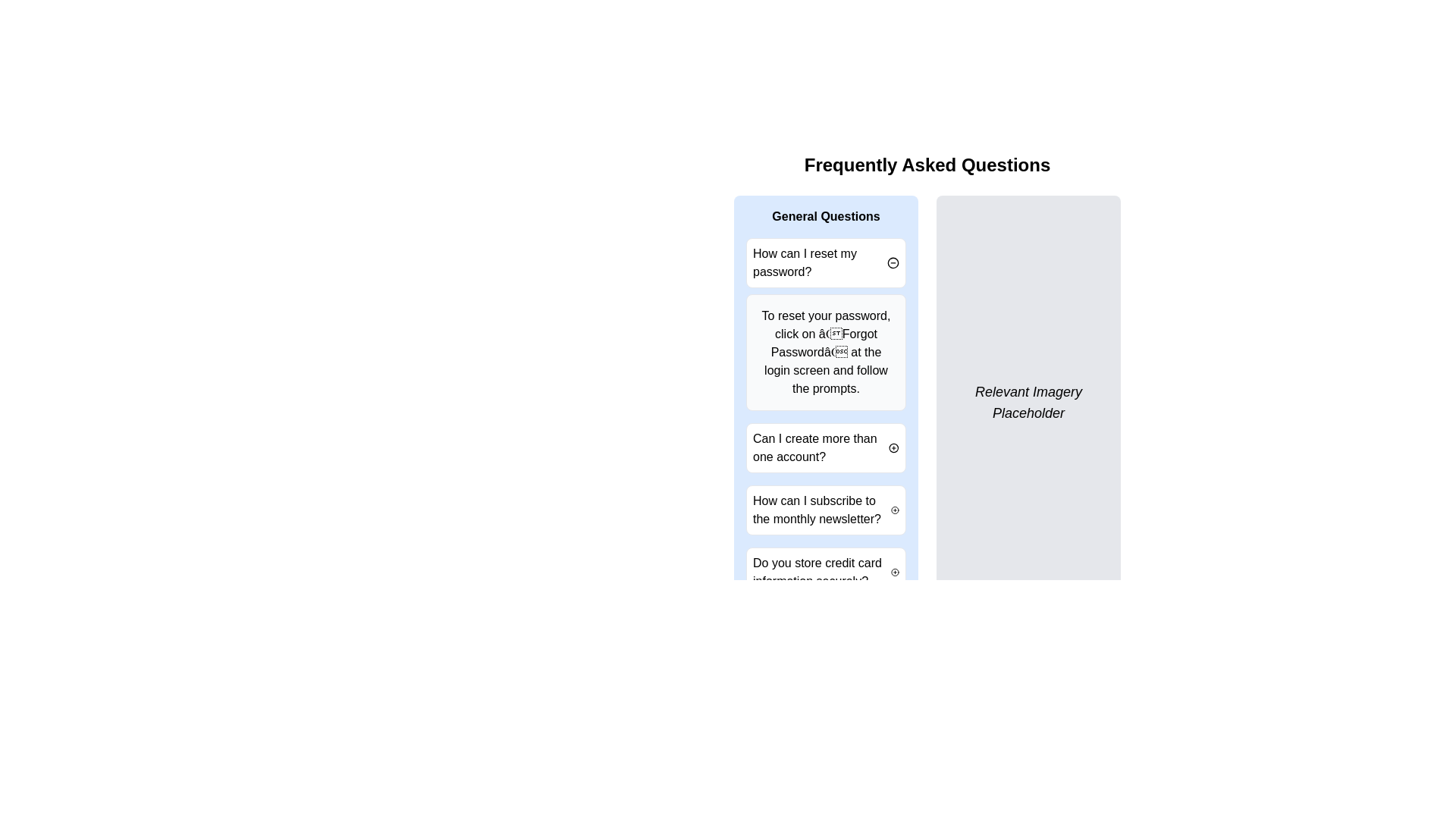  What do you see at coordinates (825, 353) in the screenshot?
I see `the Informational text box with instructions on resetting a password located under the 'How can I reset my password?' question in the FAQ section` at bounding box center [825, 353].